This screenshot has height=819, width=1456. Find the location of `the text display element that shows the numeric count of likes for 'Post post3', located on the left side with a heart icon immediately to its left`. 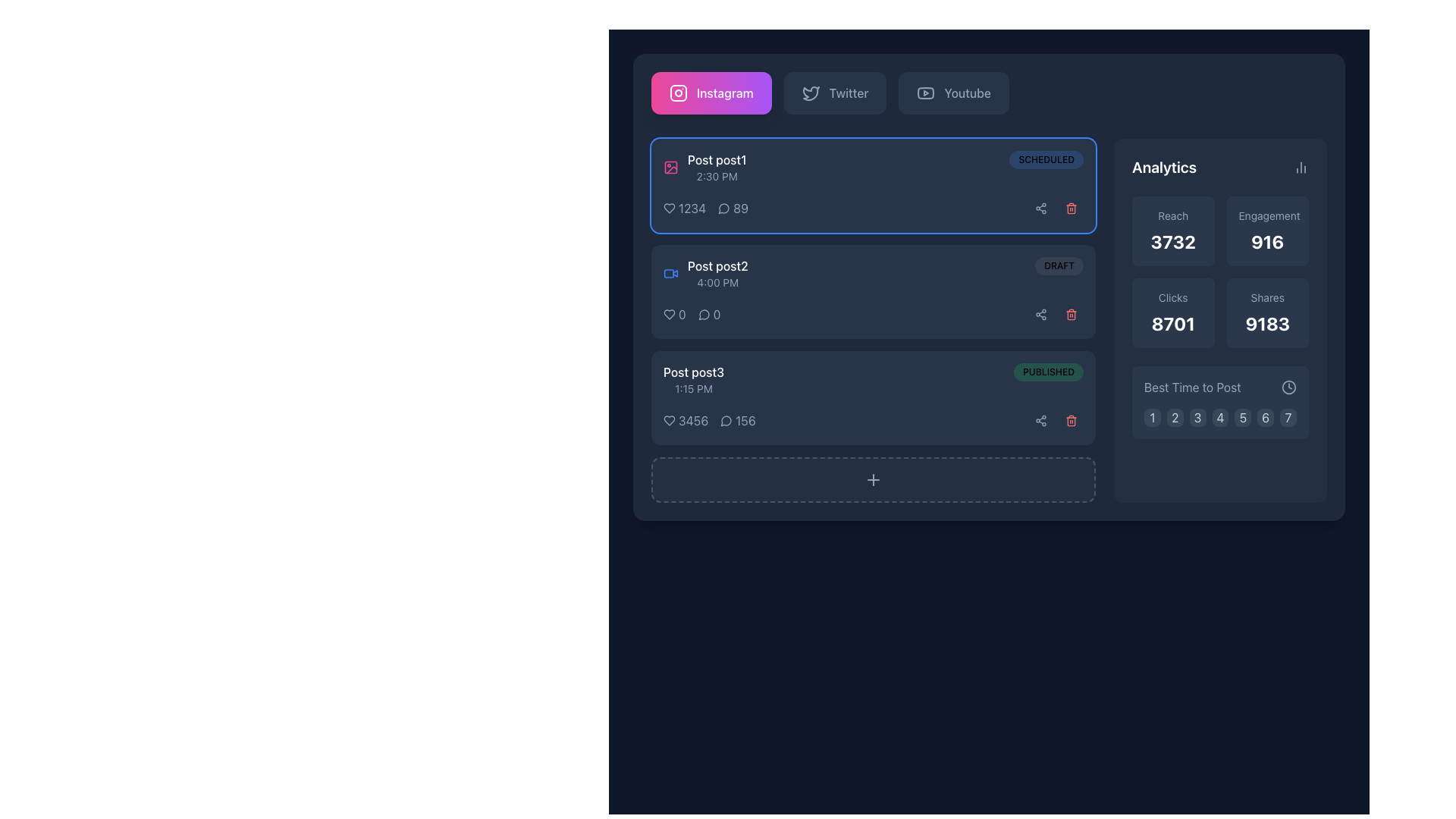

the text display element that shows the numeric count of likes for 'Post post3', located on the left side with a heart icon immediately to its left is located at coordinates (685, 421).